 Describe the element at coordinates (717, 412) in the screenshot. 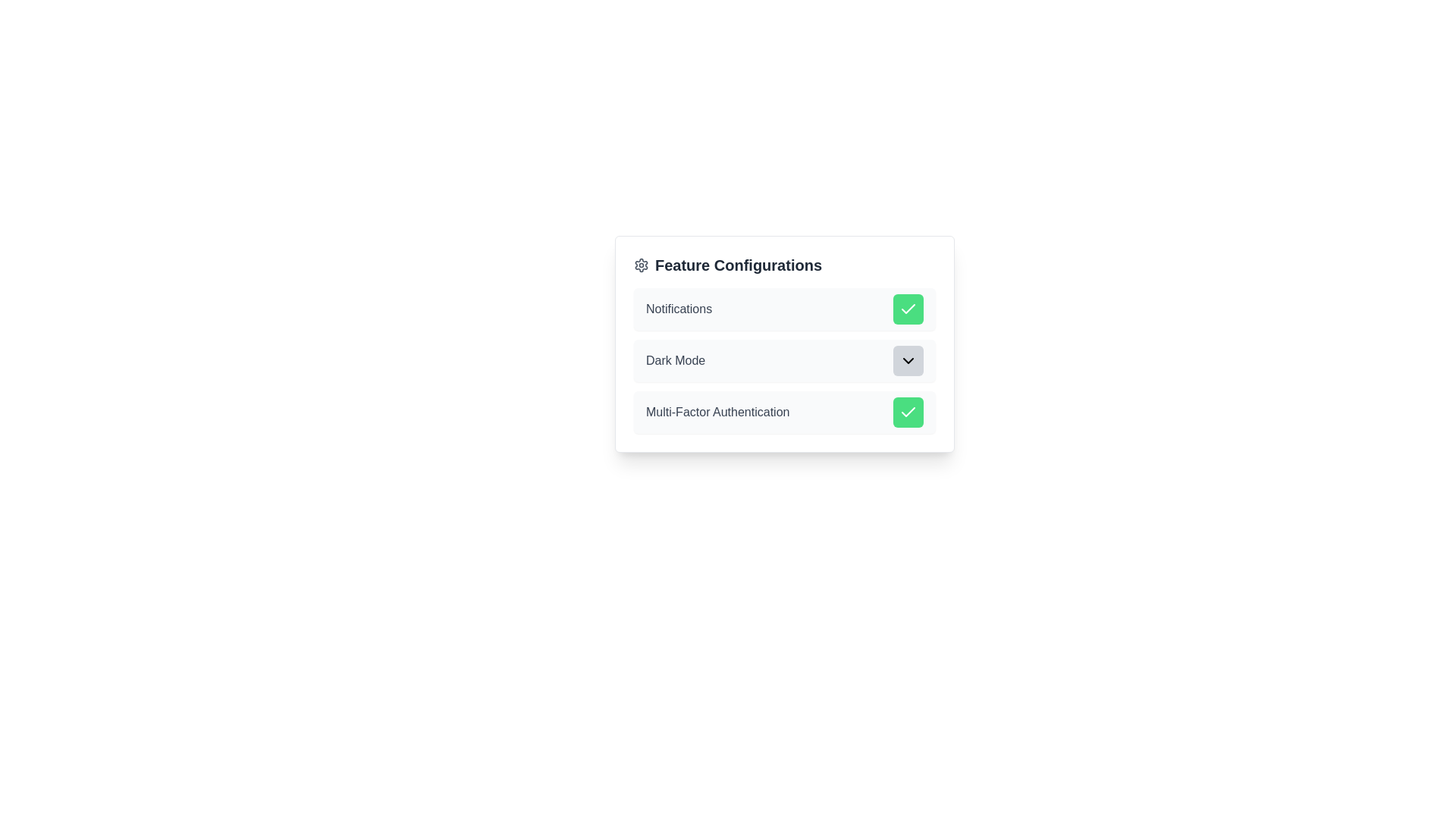

I see `Text label displaying 'Multi-Factor Authentication' in dark gray text, located in the settings panel under the 'Feature Configurations' section` at that location.